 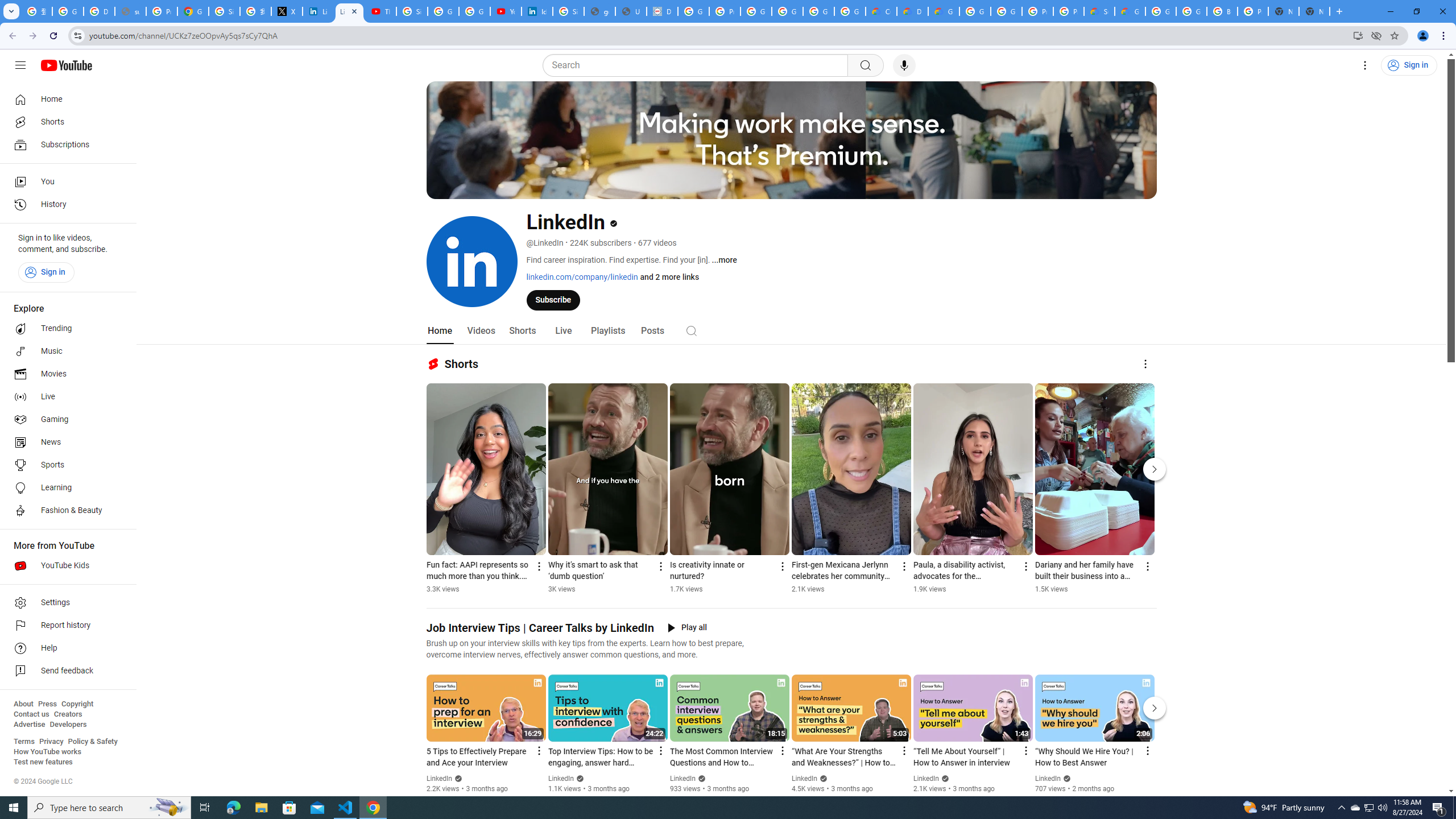 I want to click on 'News', so click(x=64, y=442).